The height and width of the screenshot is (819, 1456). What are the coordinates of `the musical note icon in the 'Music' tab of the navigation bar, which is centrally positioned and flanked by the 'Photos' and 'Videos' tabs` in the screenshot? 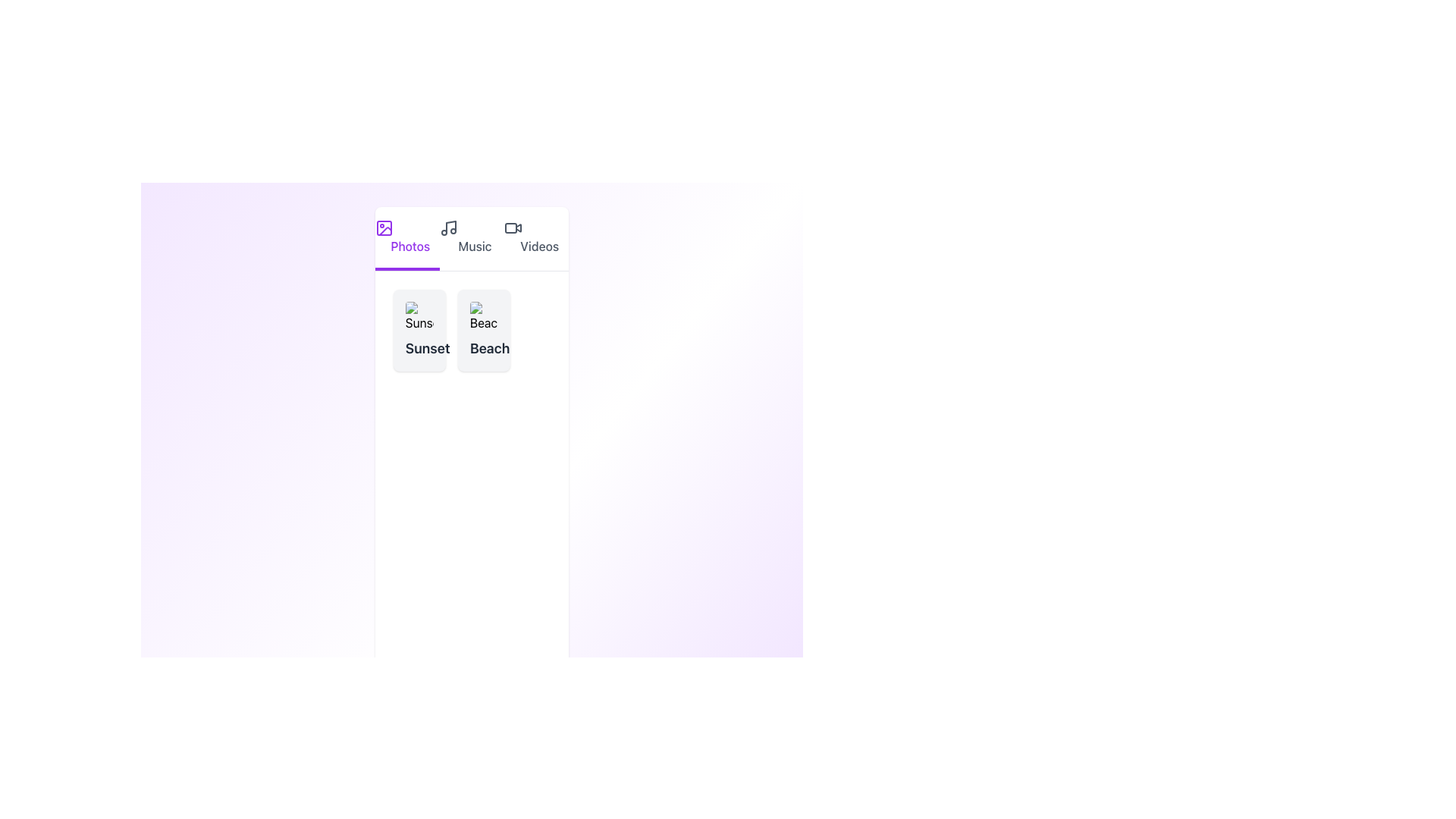 It's located at (447, 227).